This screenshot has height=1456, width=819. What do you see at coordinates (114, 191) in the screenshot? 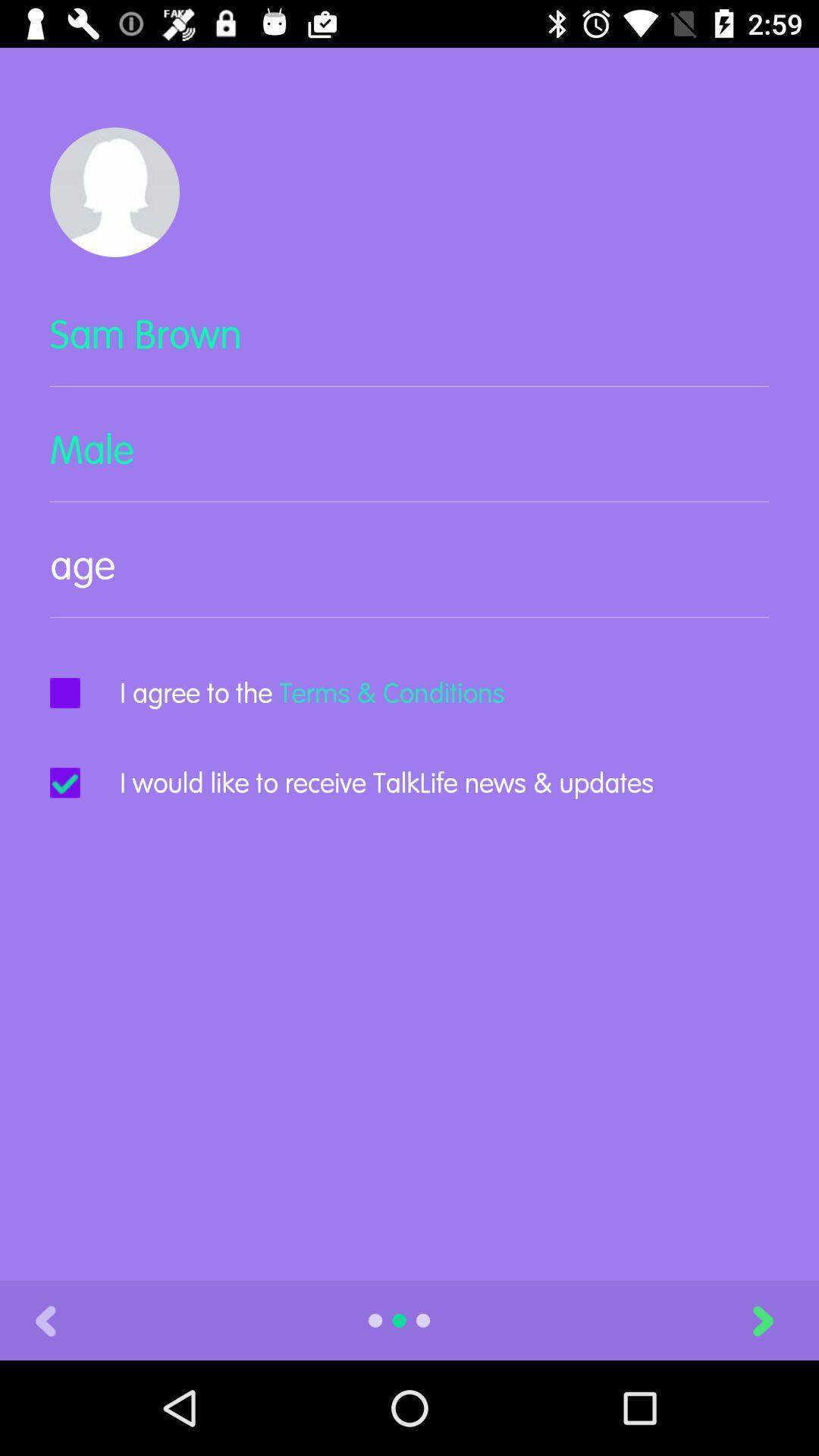
I see `the avatar icon` at bounding box center [114, 191].